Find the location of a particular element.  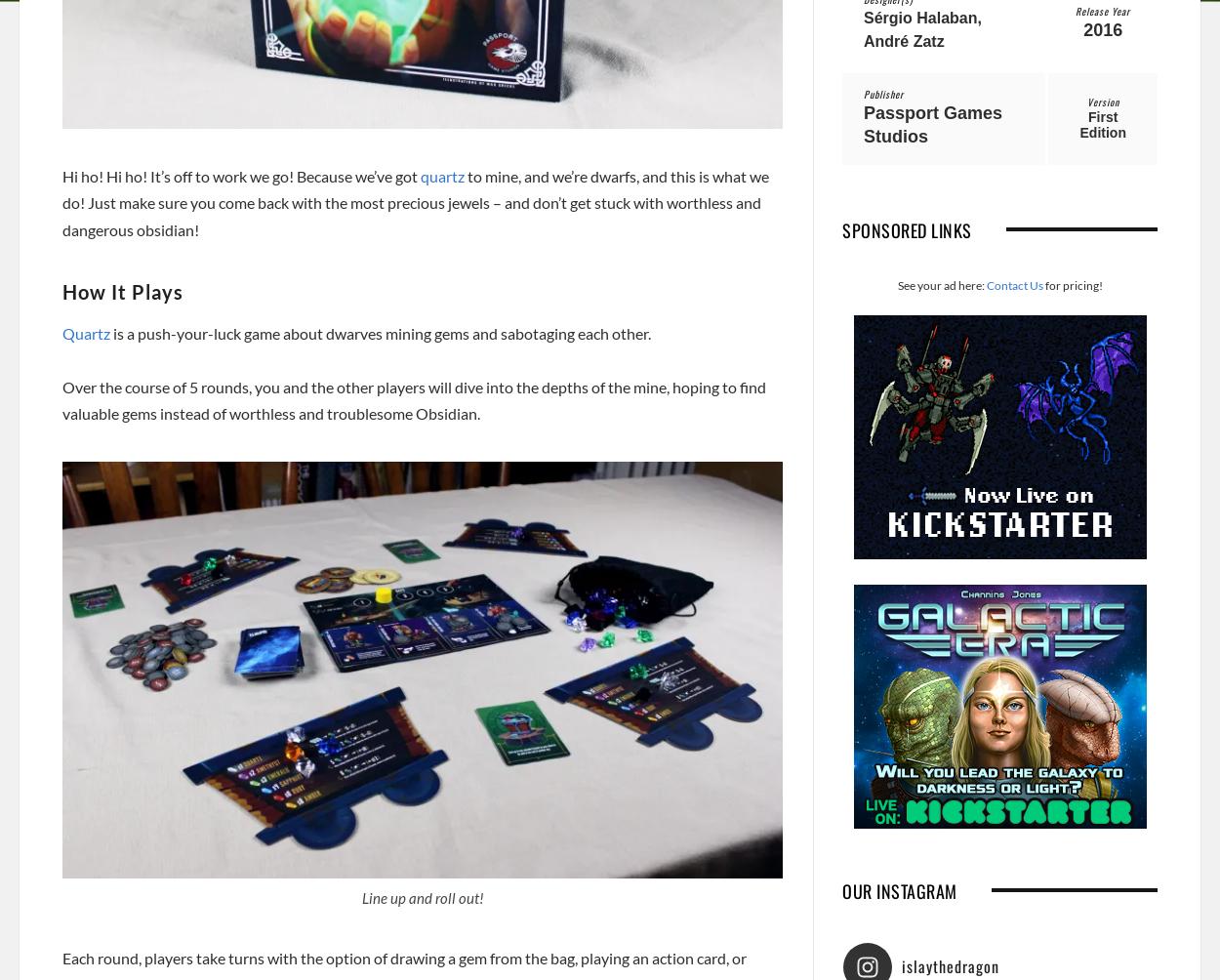

'Release Year' is located at coordinates (1103, 10).